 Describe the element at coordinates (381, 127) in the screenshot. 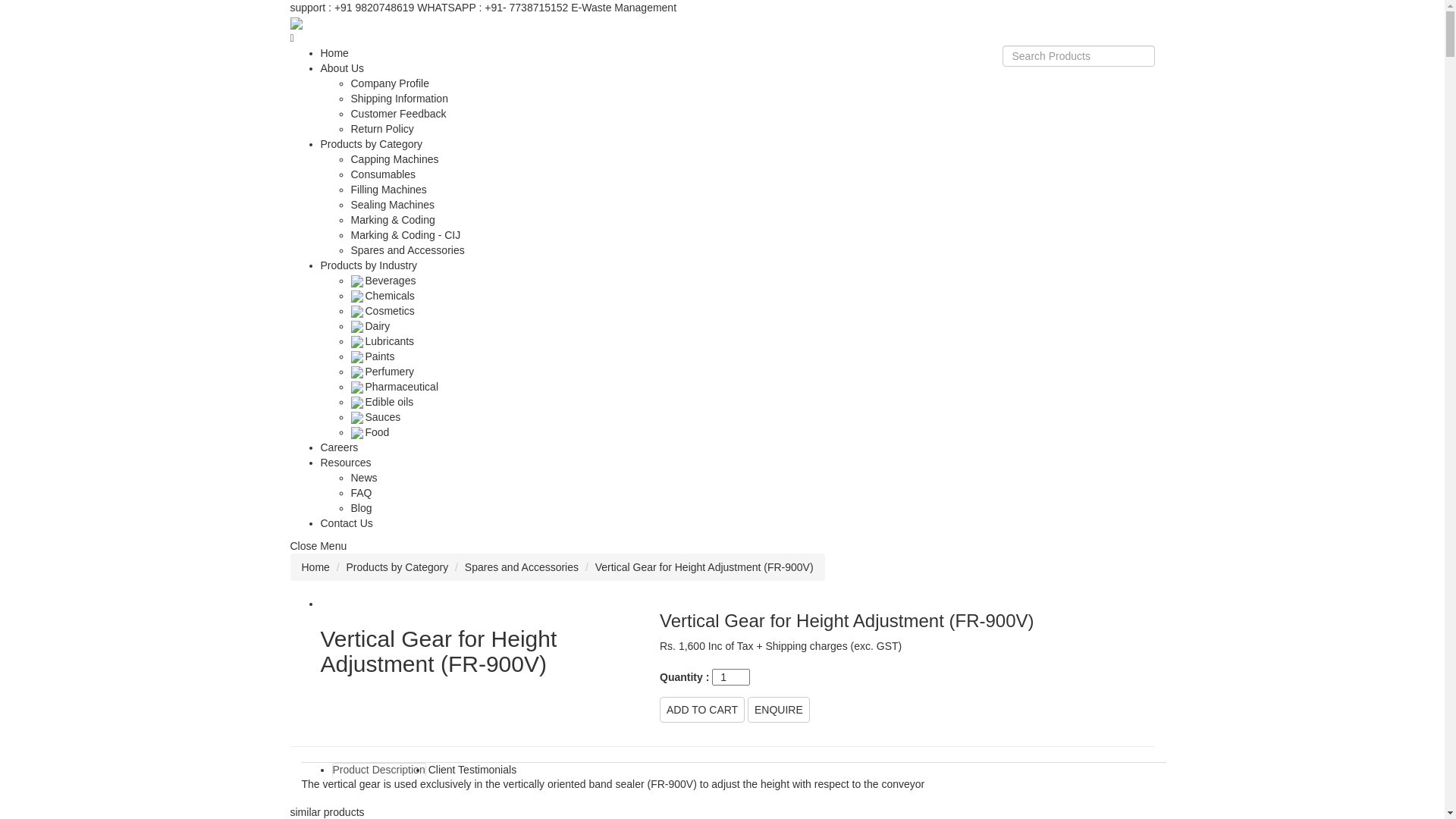

I see `'Return Policy'` at that location.